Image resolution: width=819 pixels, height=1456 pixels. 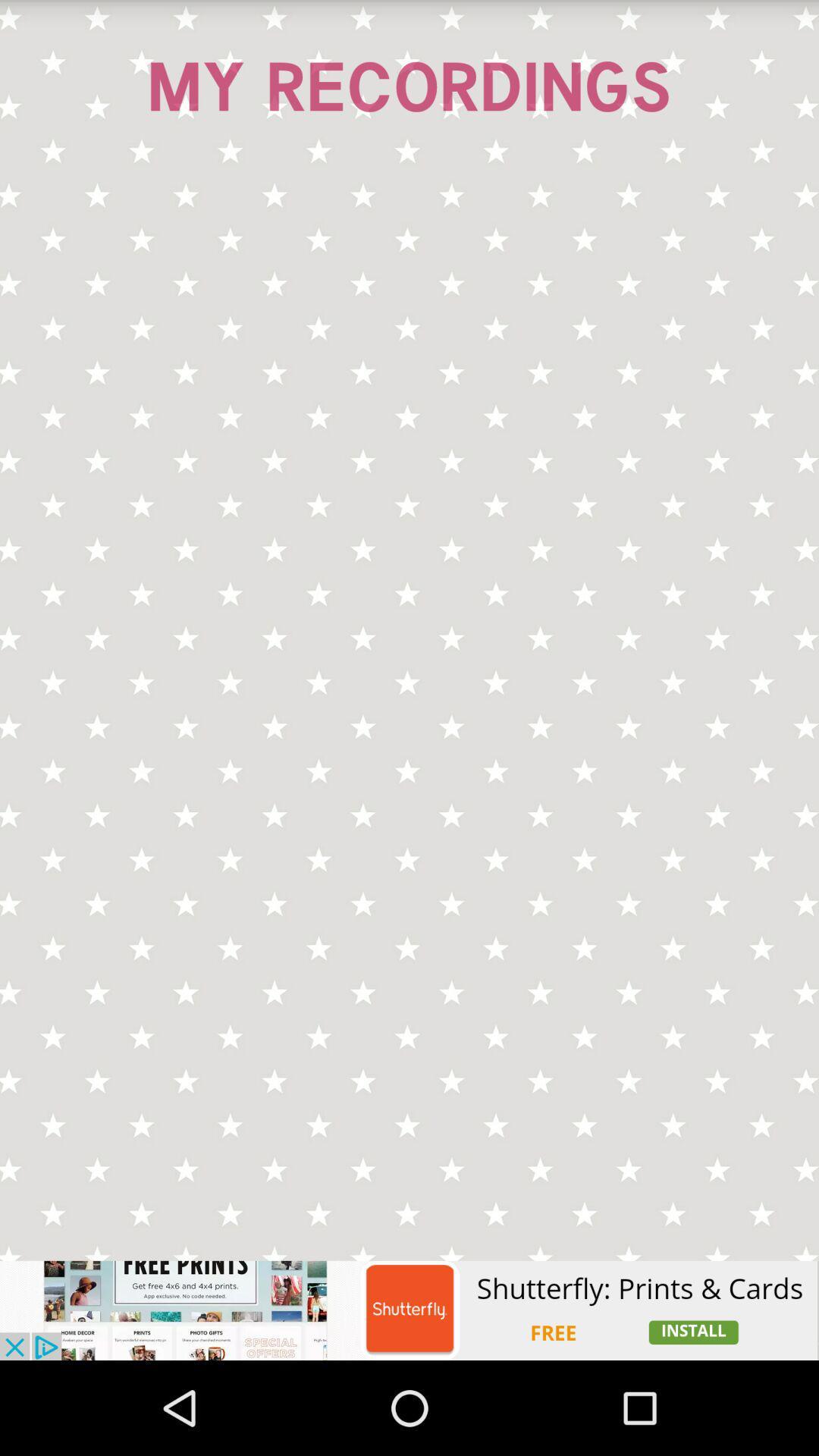 I want to click on banner advertisement for shutterfly, so click(x=409, y=1310).